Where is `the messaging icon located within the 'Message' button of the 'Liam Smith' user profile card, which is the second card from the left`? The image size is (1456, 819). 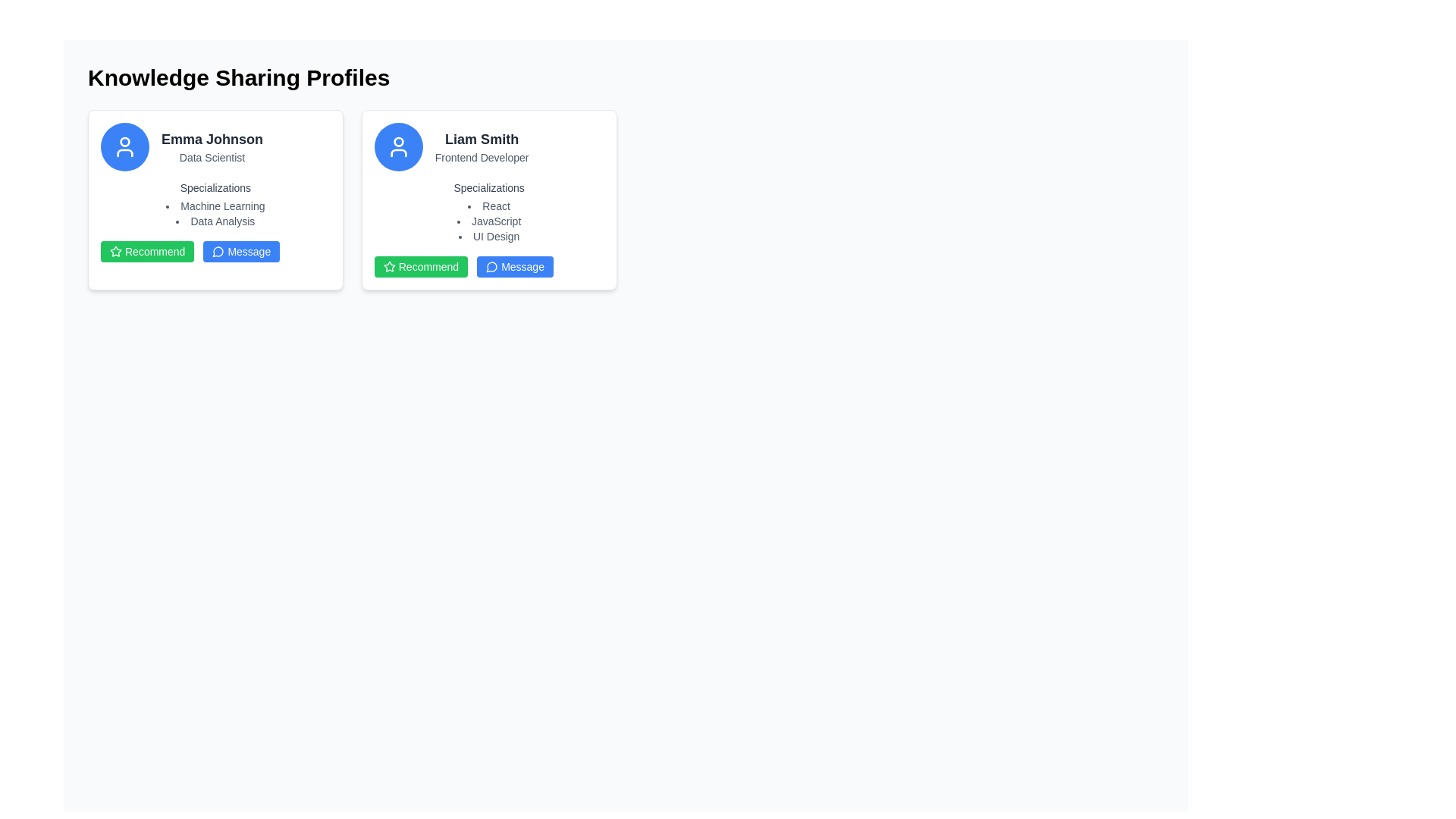 the messaging icon located within the 'Message' button of the 'Liam Smith' user profile card, which is the second card from the left is located at coordinates (492, 265).